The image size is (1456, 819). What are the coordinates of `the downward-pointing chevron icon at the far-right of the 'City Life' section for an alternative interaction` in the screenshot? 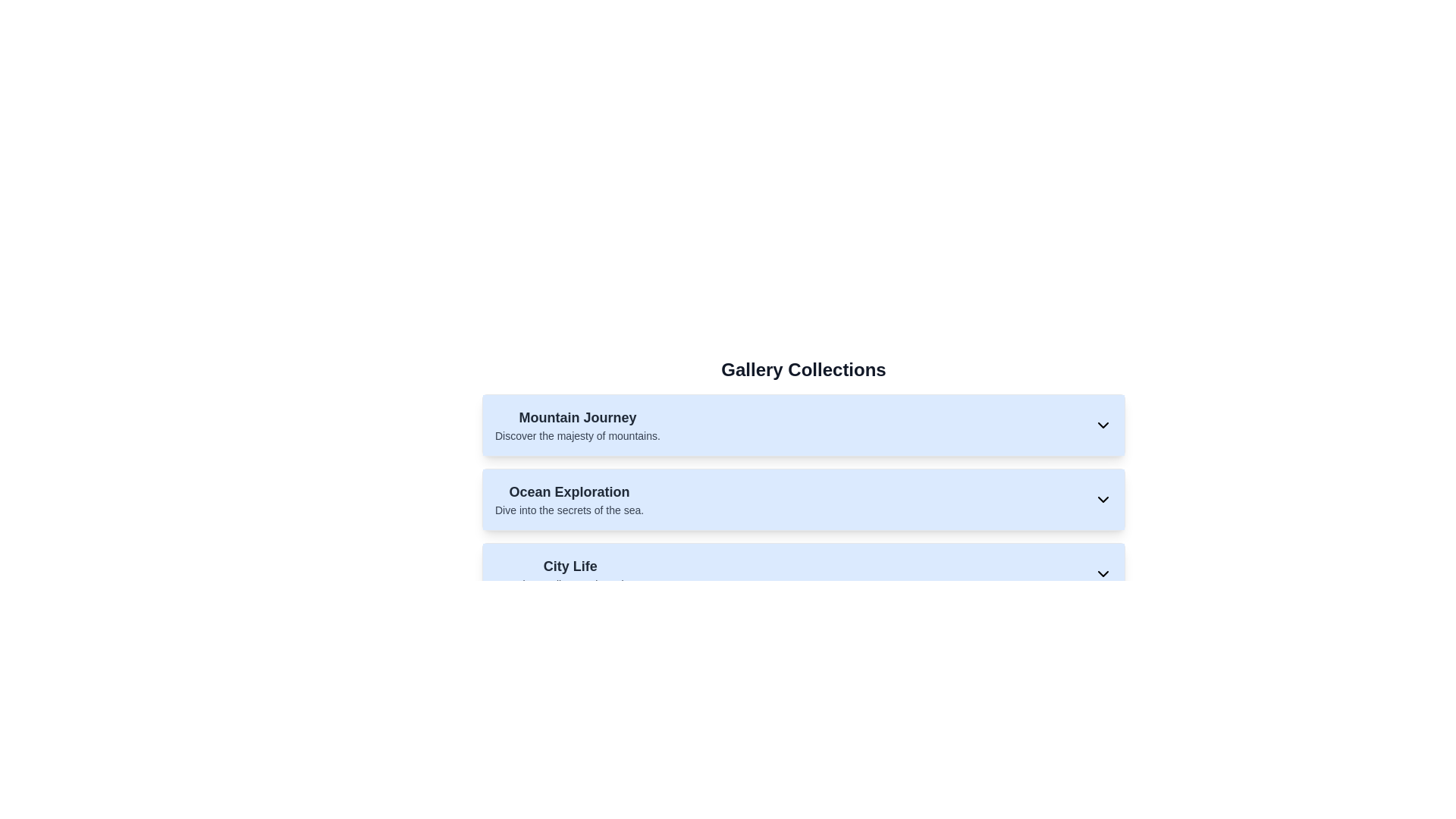 It's located at (1103, 573).